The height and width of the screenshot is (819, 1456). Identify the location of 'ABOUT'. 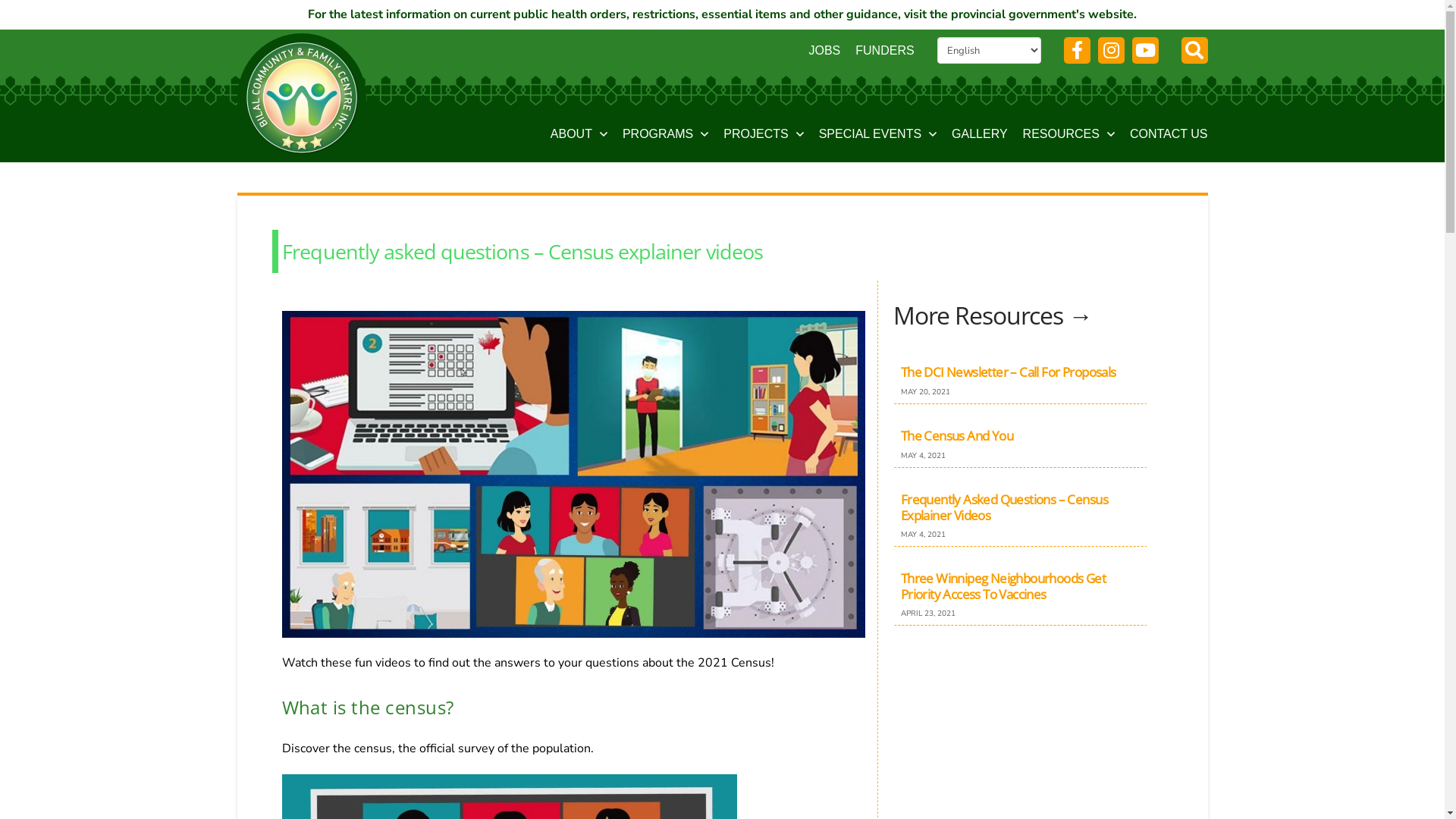
(549, 135).